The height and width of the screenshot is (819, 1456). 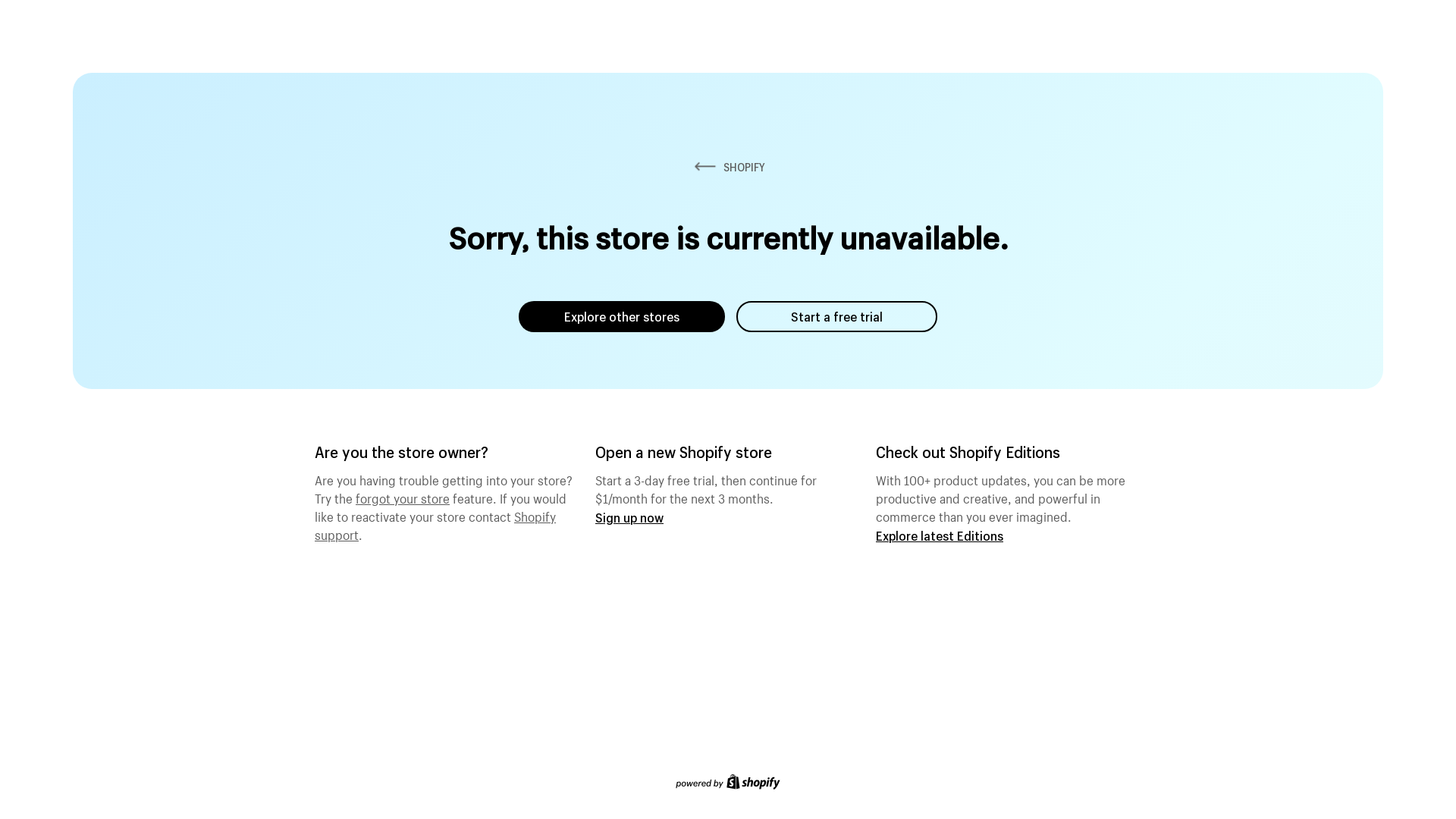 I want to click on 'Sign up now', so click(x=595, y=516).